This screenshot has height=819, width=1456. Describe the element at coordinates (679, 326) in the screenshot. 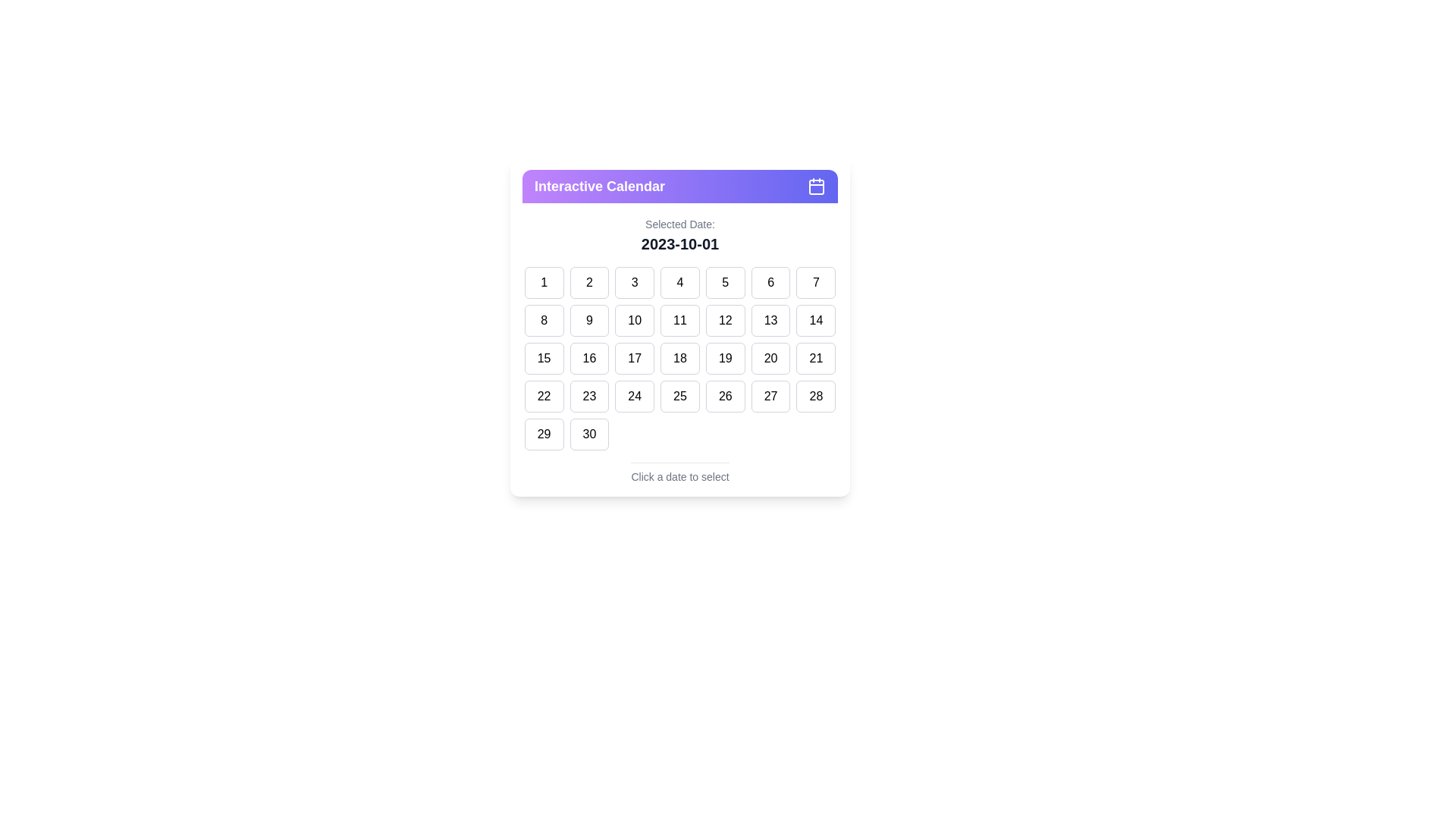

I see `a date in the grid of the Interactive Calendar component` at that location.